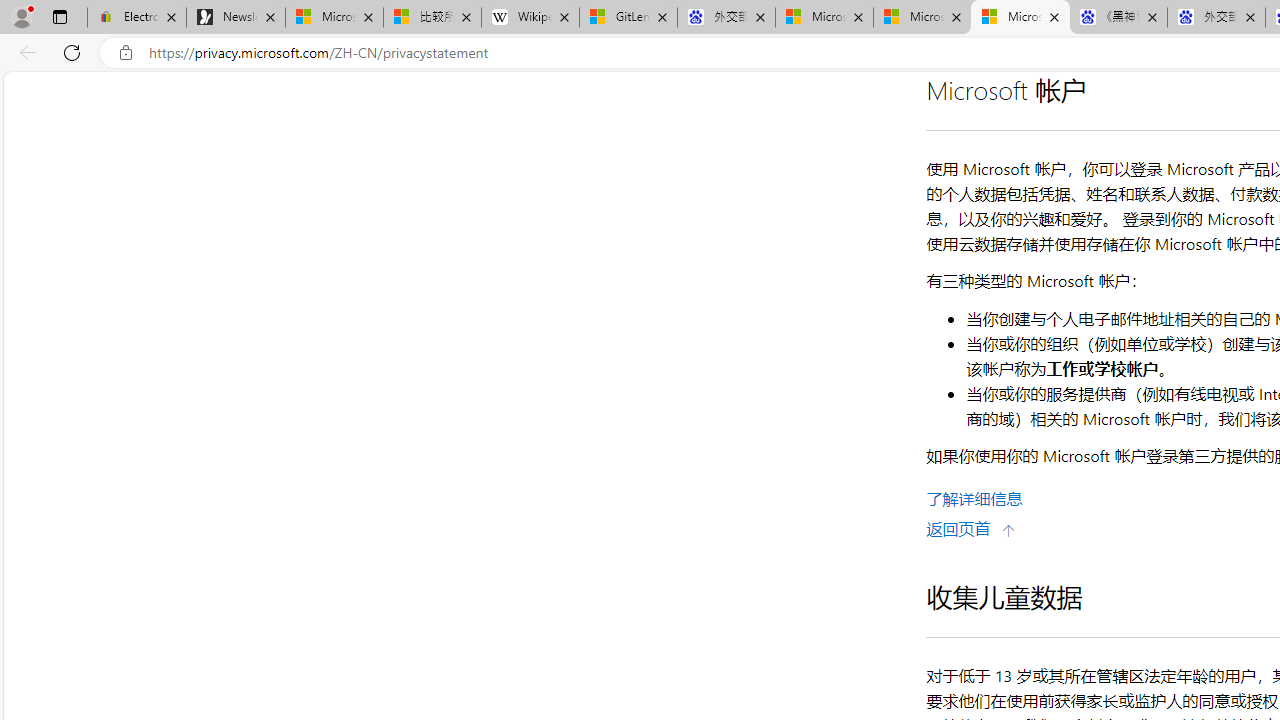 The height and width of the screenshot is (720, 1280). I want to click on 'Wikipedia', so click(530, 17).